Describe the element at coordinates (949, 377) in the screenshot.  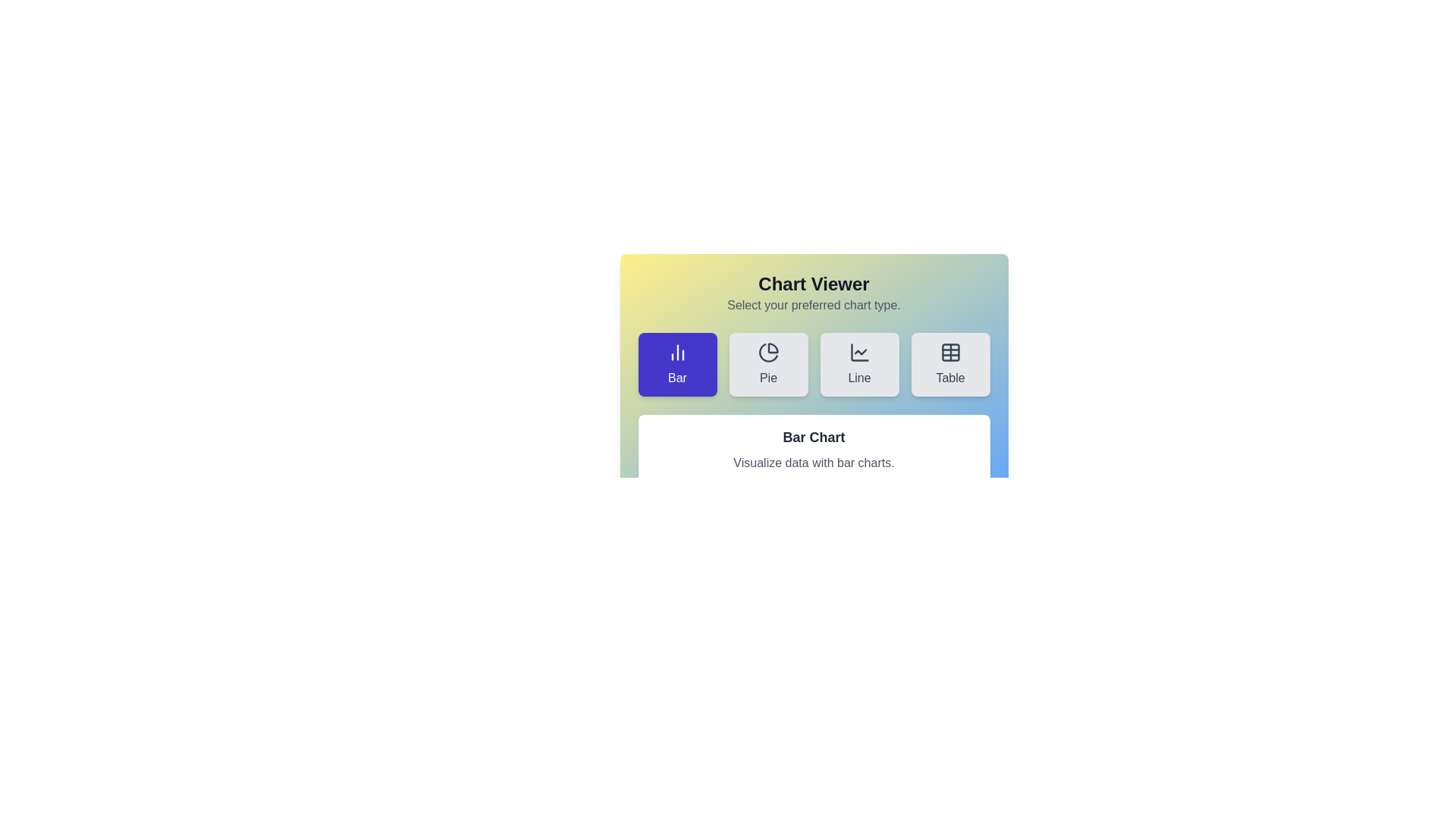
I see `the text label displaying the word 'Table' located in the top-right section of a horizontal row of buttons in the chart selection panel` at that location.